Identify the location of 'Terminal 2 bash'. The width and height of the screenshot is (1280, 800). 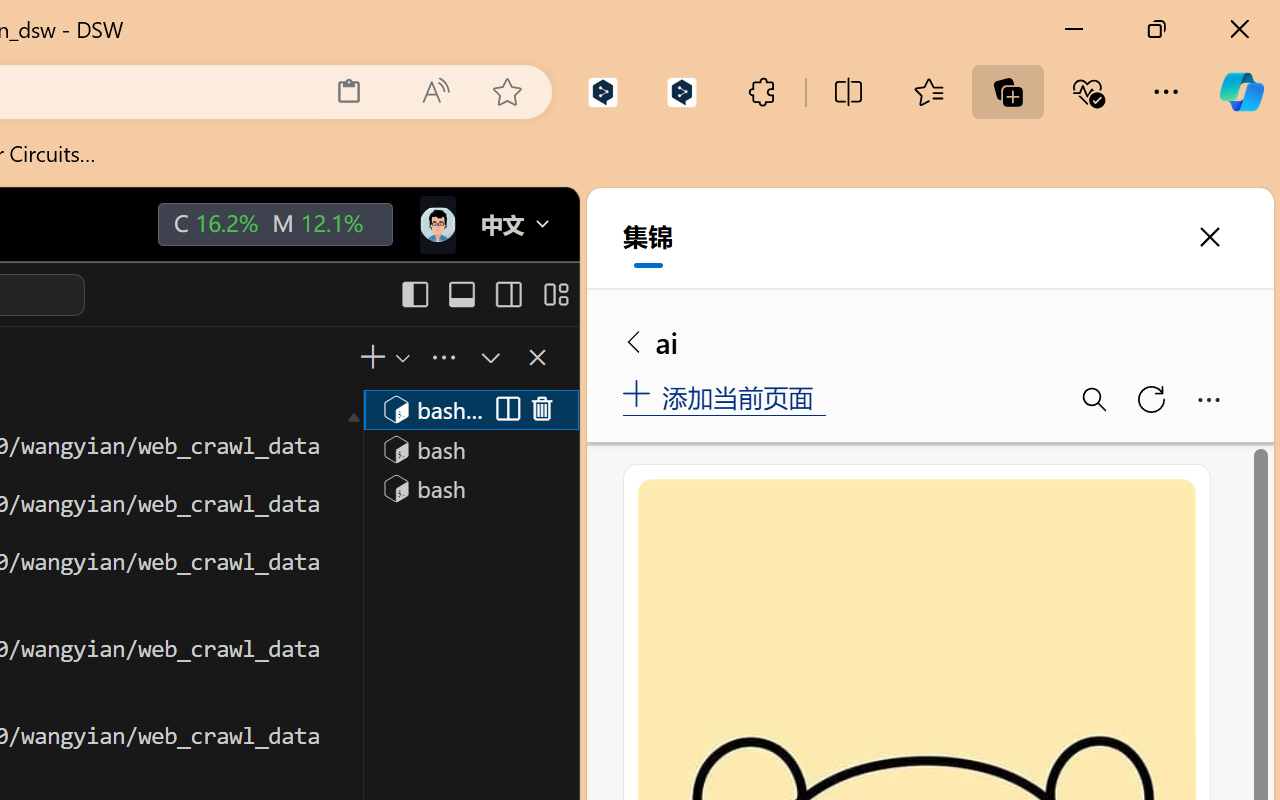
(469, 447).